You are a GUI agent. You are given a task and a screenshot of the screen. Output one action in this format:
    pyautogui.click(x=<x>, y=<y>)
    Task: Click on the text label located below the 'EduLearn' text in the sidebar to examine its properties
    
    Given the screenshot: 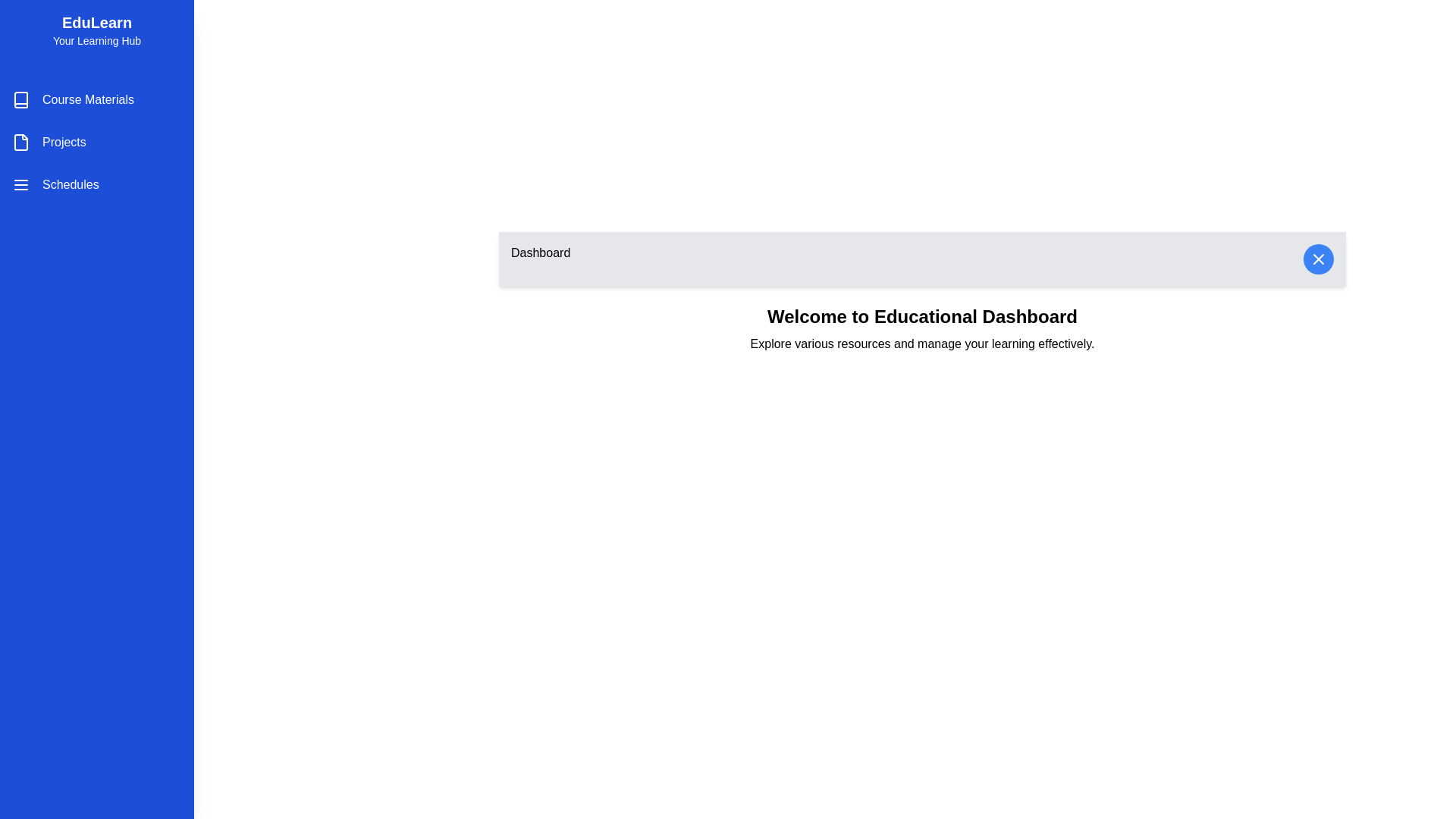 What is the action you would take?
    pyautogui.click(x=96, y=40)
    